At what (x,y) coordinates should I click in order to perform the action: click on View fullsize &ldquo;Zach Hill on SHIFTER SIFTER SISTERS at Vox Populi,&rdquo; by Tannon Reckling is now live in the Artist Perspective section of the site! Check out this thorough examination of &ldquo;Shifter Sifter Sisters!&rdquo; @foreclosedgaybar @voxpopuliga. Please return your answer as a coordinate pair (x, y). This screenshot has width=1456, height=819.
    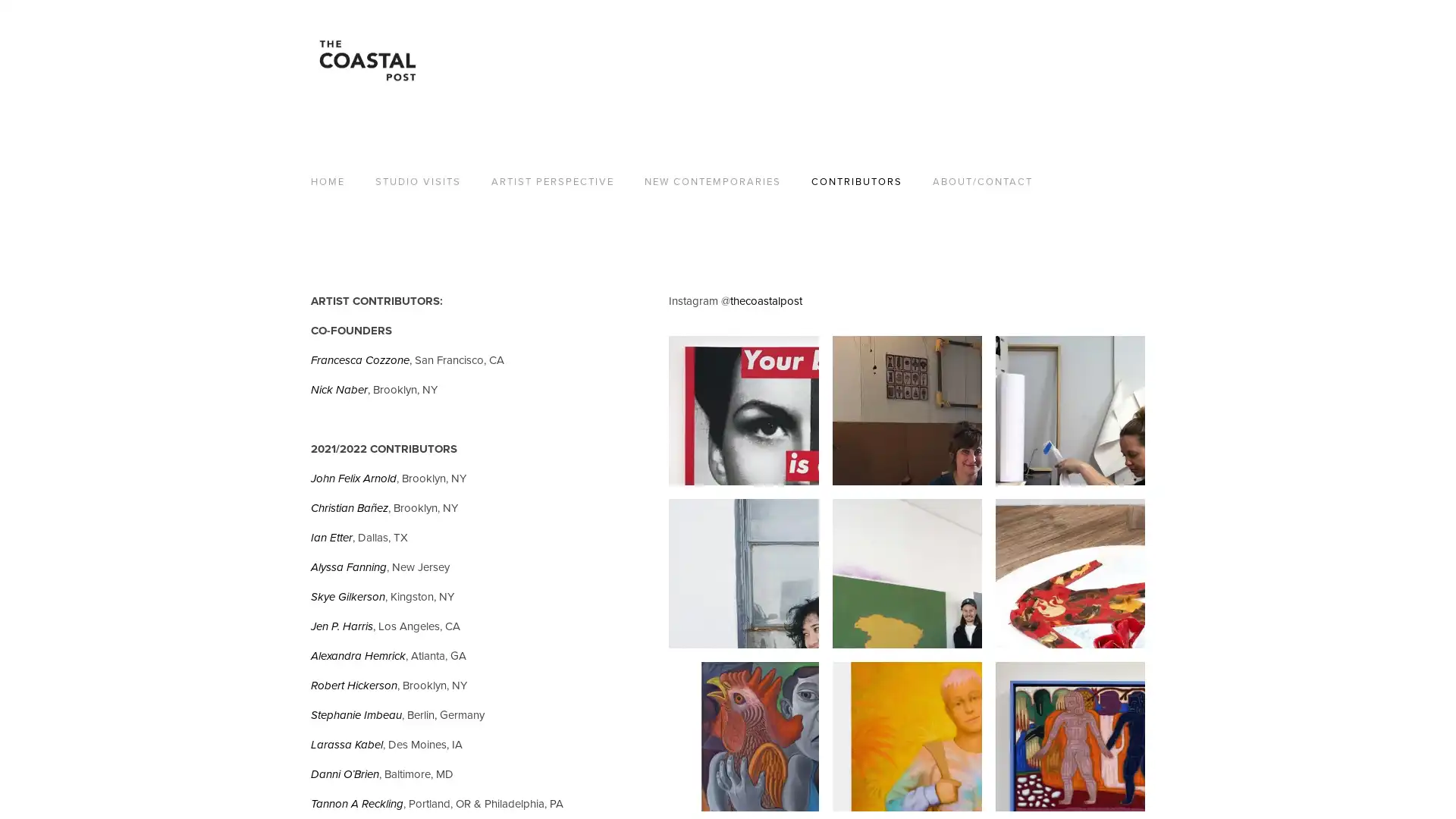
    Looking at the image, I should click on (1068, 573).